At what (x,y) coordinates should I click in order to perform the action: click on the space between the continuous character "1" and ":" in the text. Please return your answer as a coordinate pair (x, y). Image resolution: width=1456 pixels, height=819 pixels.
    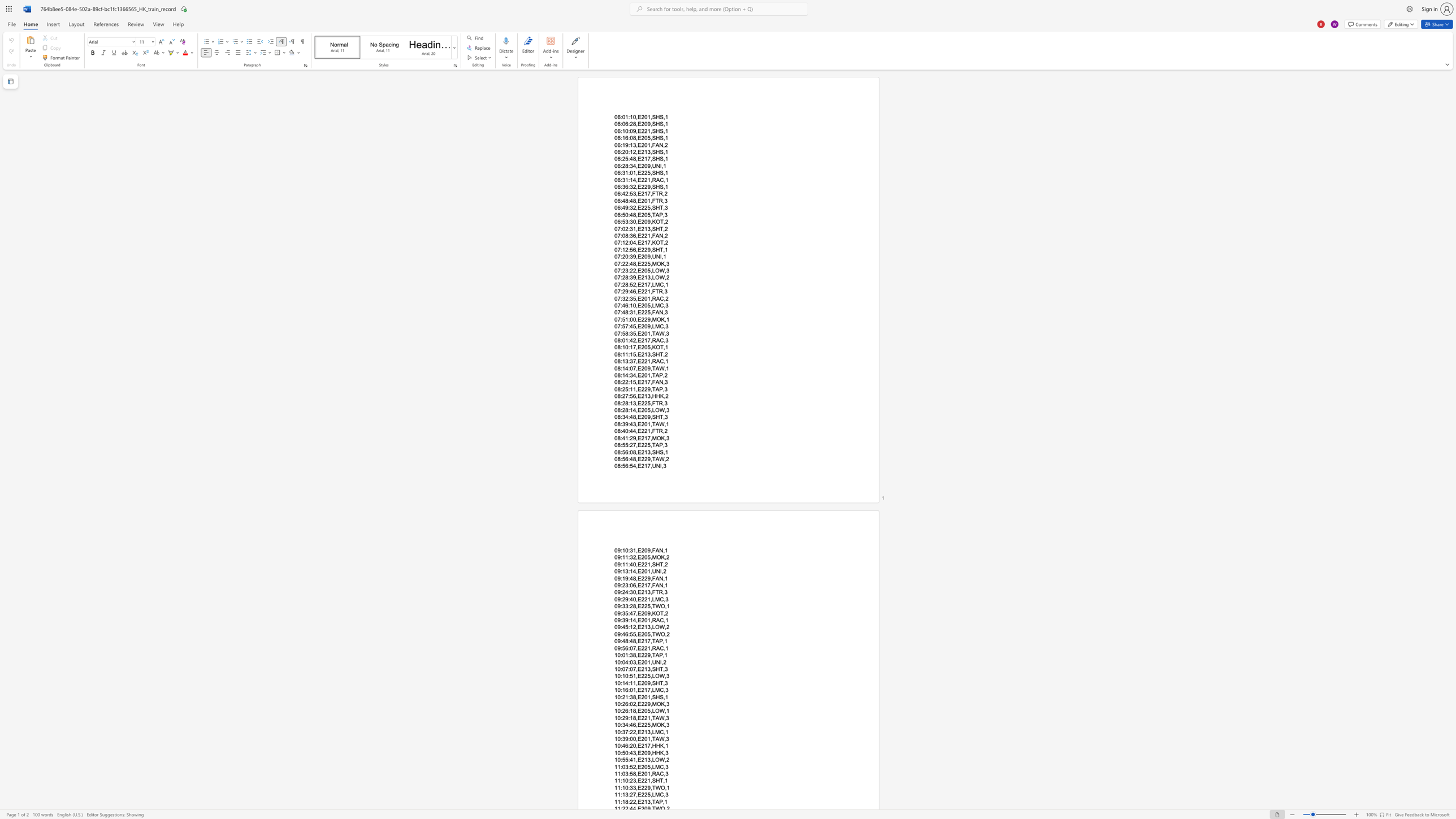
    Looking at the image, I should click on (628, 172).